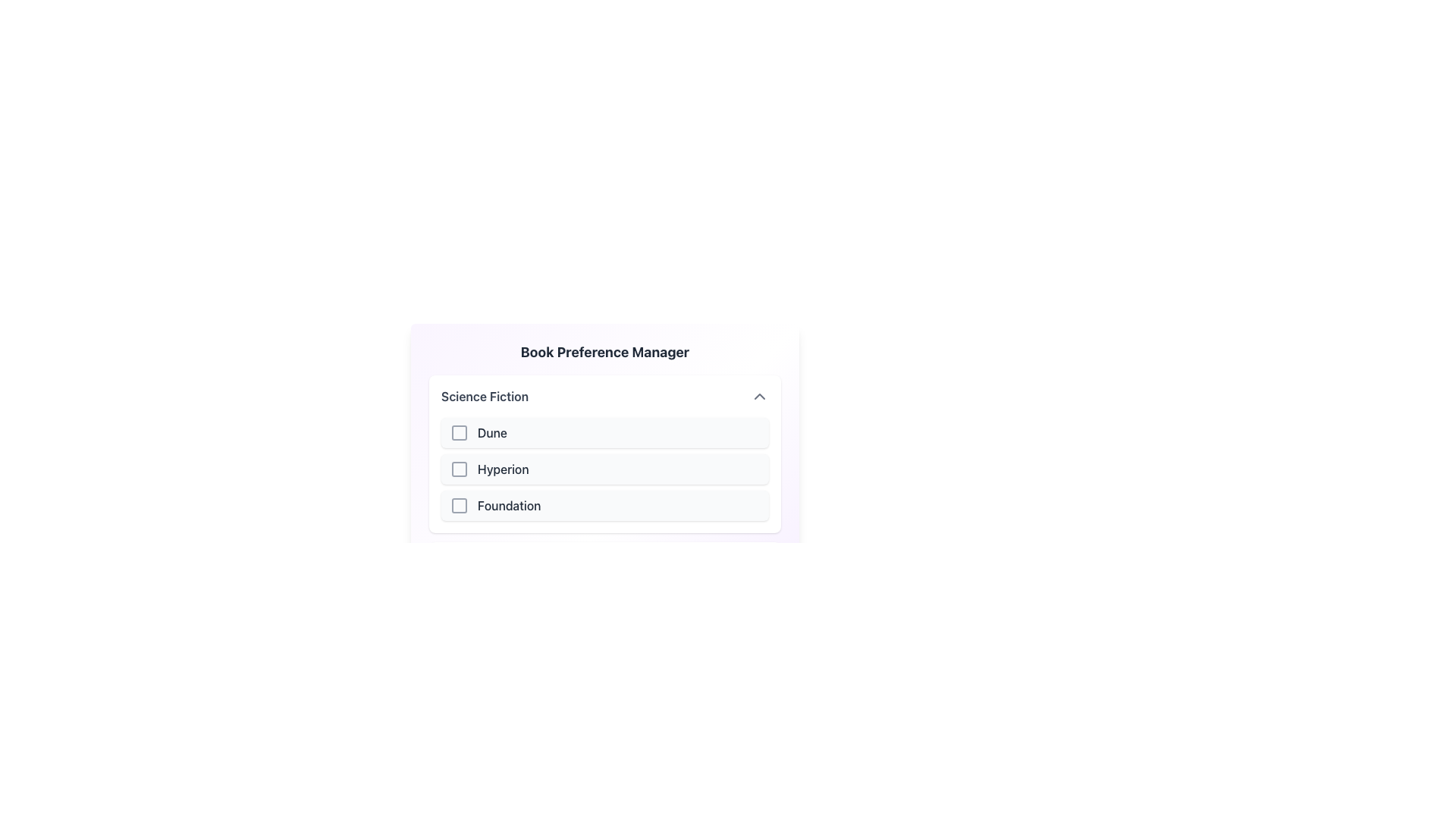 The height and width of the screenshot is (819, 1456). What do you see at coordinates (604, 432) in the screenshot?
I see `the checkbox labeled 'Dune'` at bounding box center [604, 432].